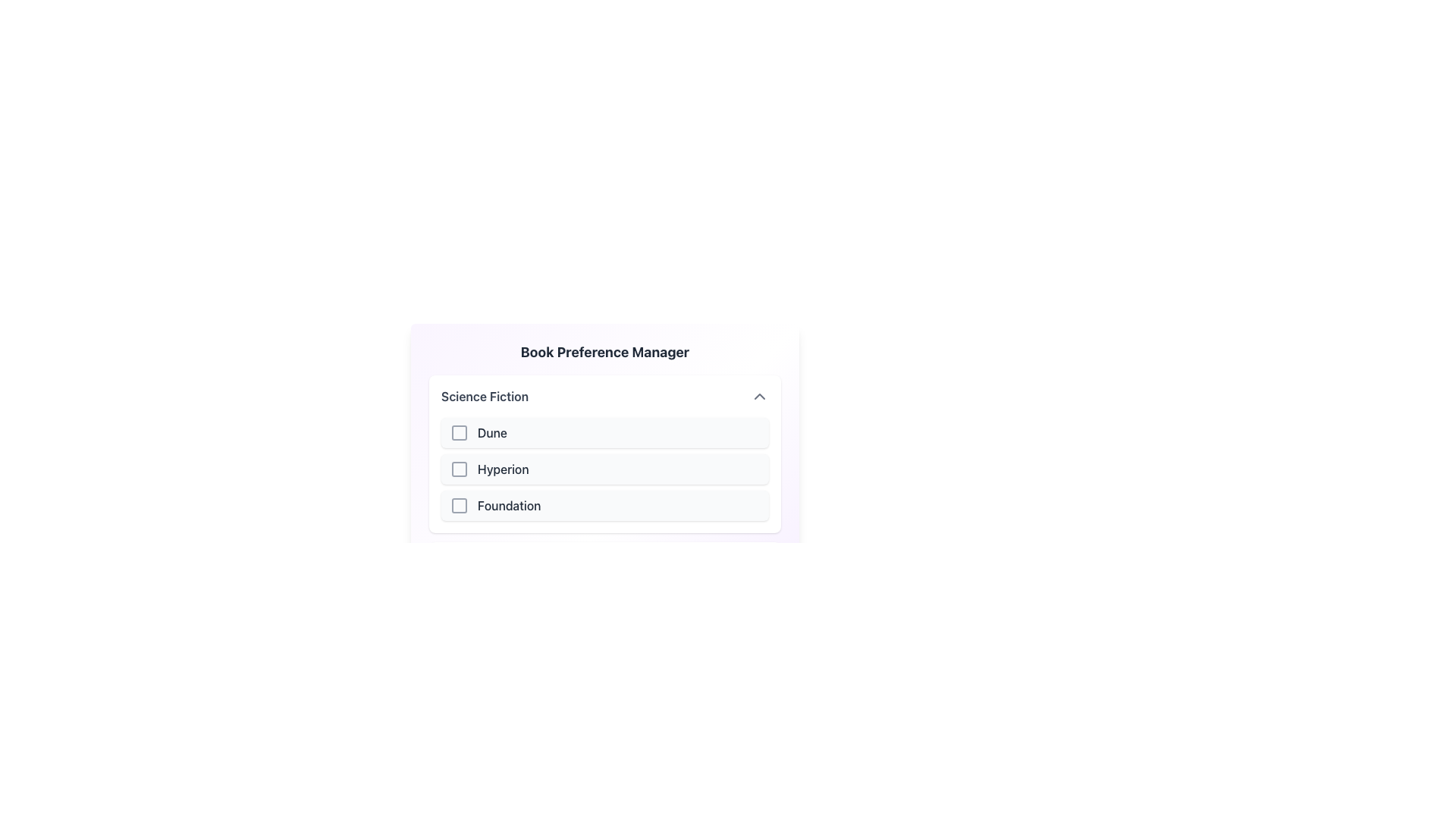 The height and width of the screenshot is (819, 1456). What do you see at coordinates (604, 432) in the screenshot?
I see `the checkbox labeled 'Dune'` at bounding box center [604, 432].